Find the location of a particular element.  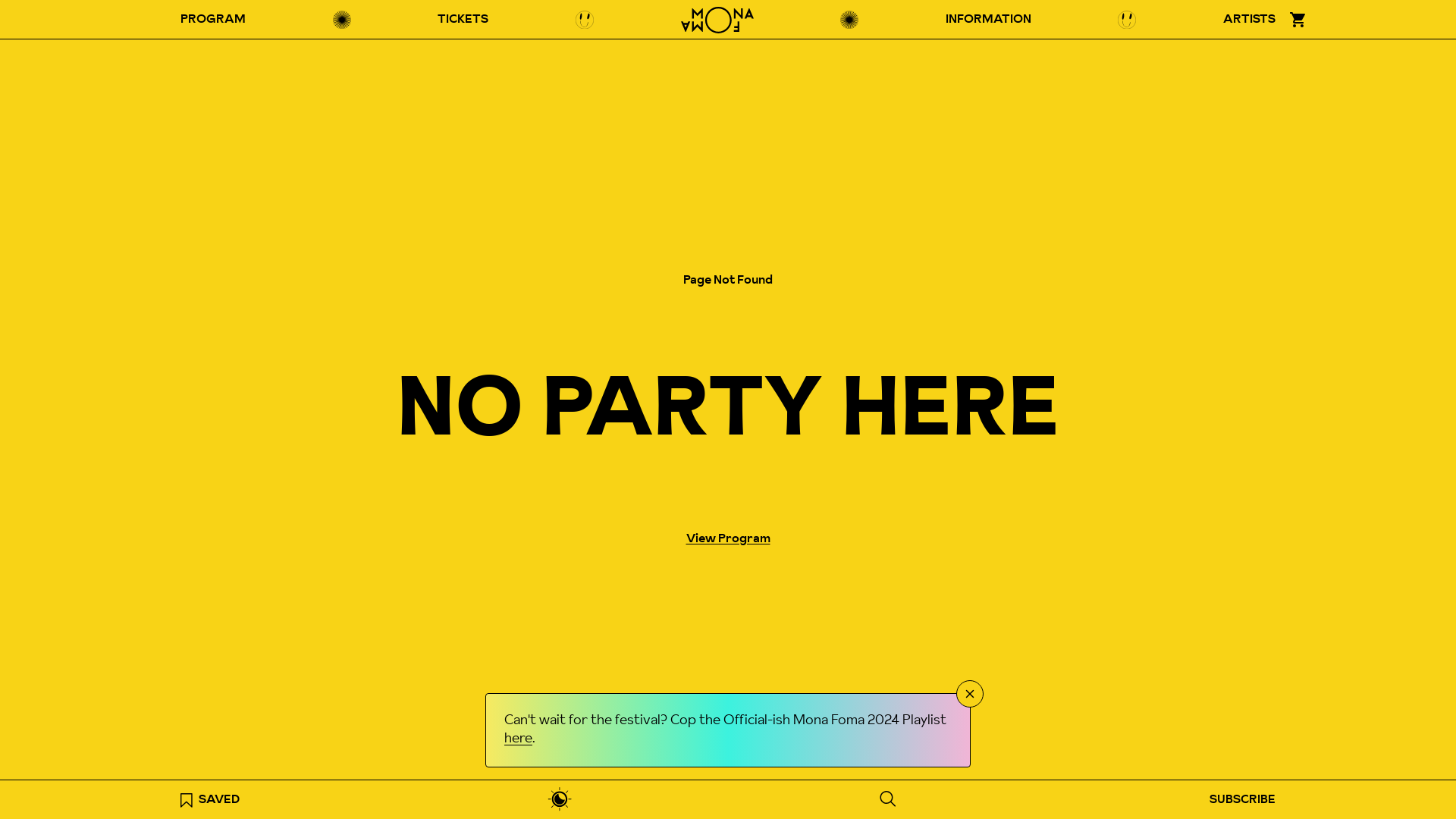

'SUBSCRIBE' is located at coordinates (1242, 799).